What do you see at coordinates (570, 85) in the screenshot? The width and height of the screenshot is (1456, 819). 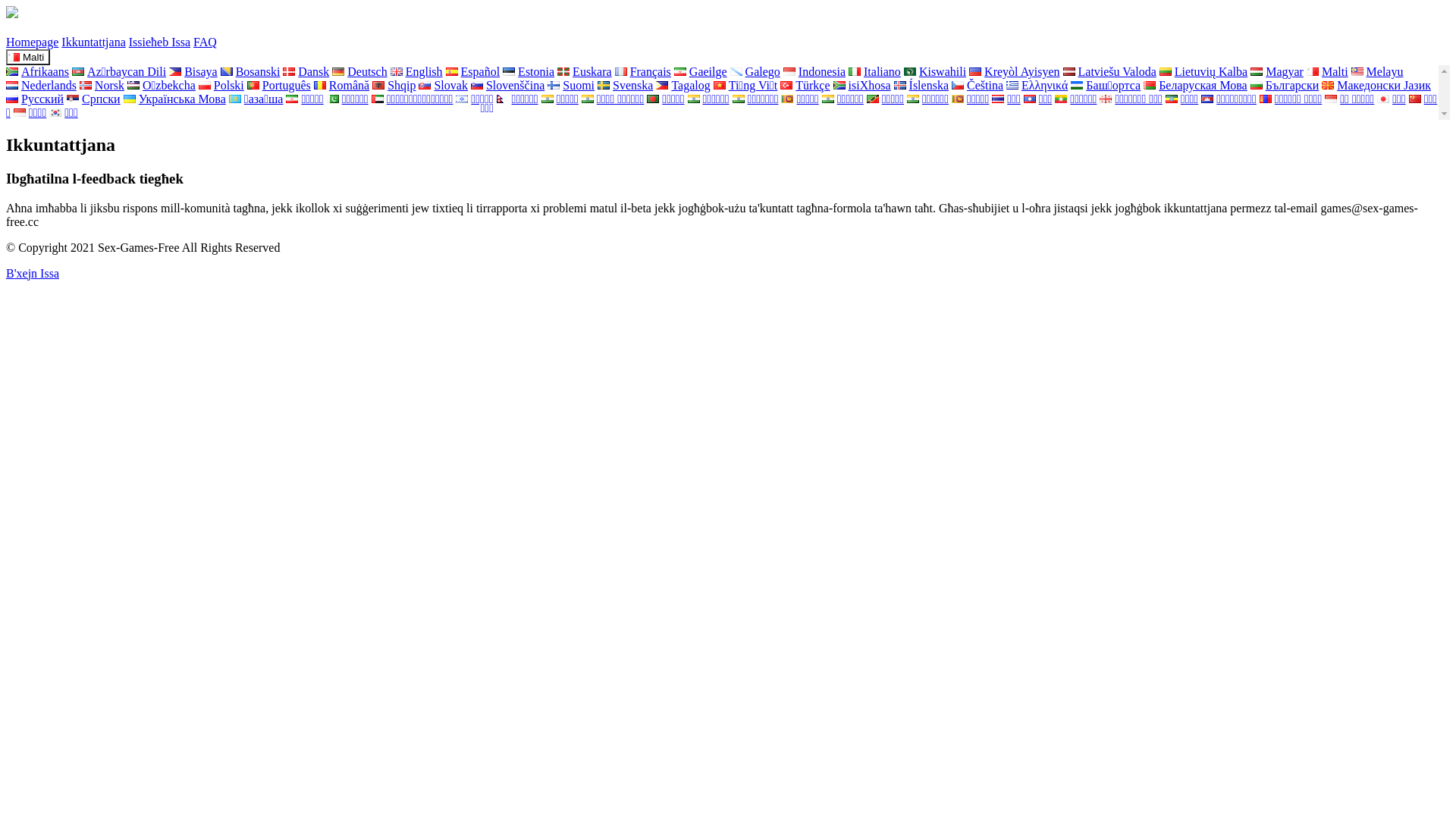 I see `'Suomi'` at bounding box center [570, 85].